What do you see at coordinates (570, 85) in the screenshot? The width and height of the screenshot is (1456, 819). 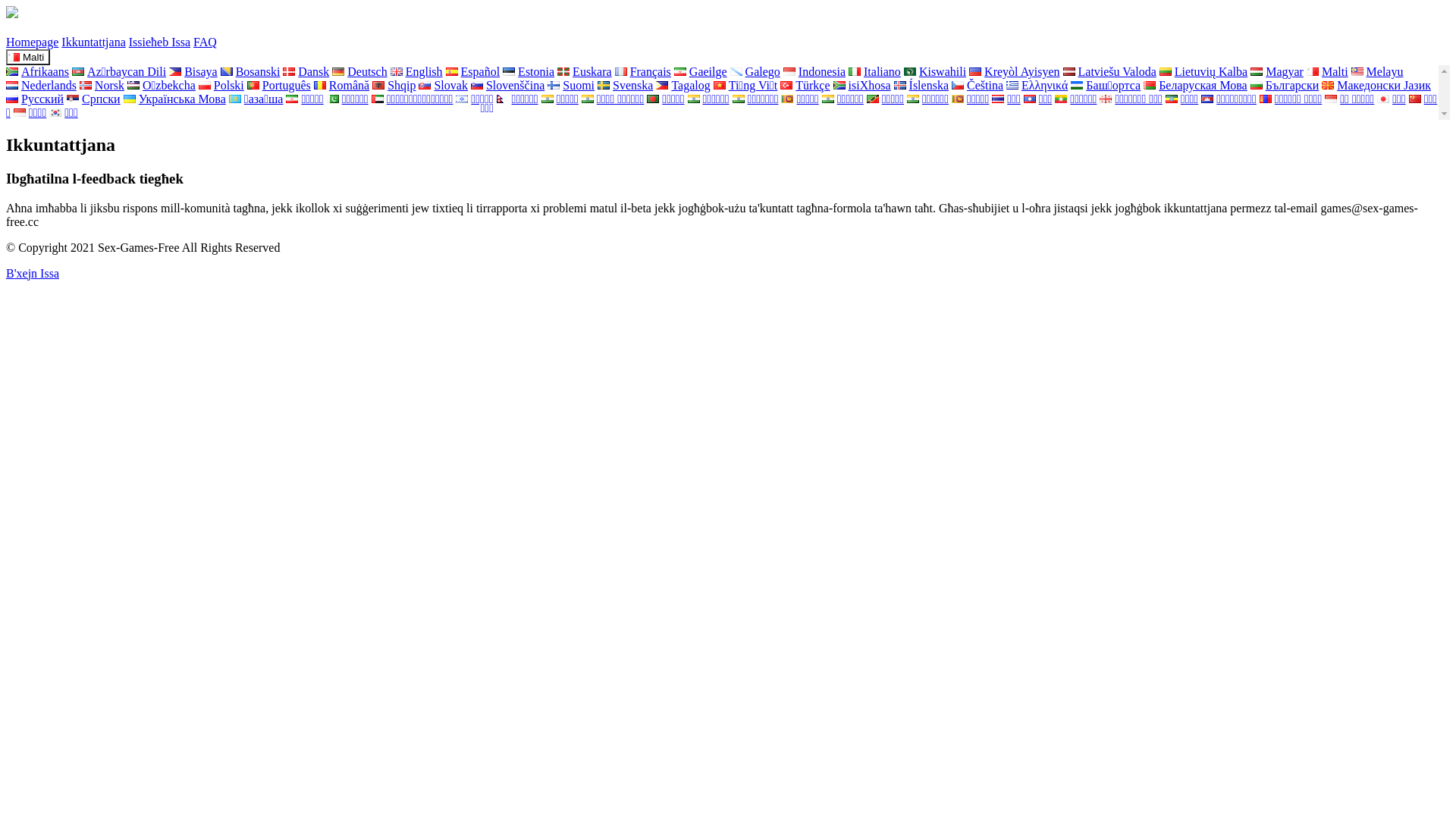 I see `'Suomi'` at bounding box center [570, 85].